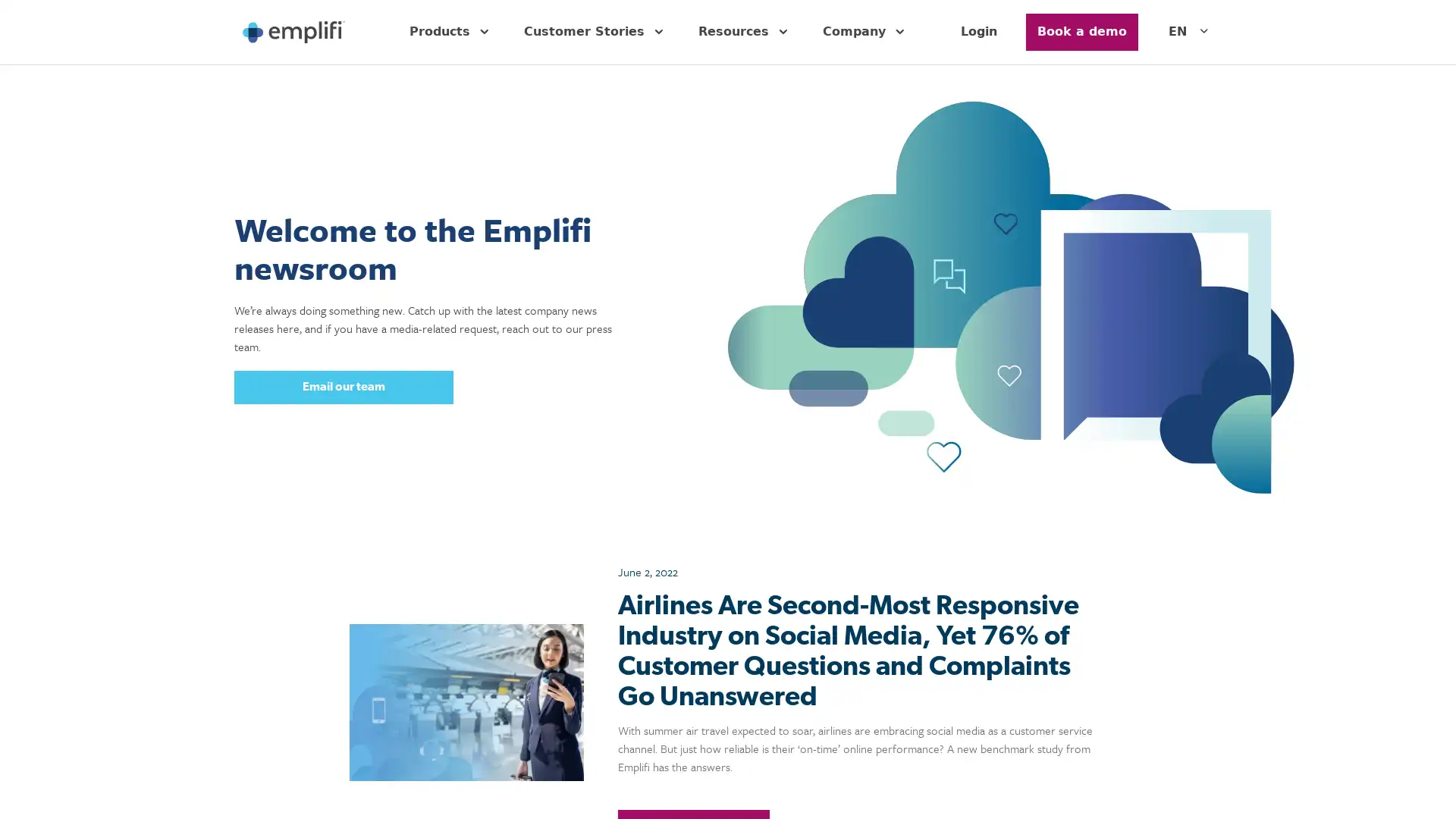 This screenshot has width=1456, height=819. I want to click on Button, so click(1081, 32).